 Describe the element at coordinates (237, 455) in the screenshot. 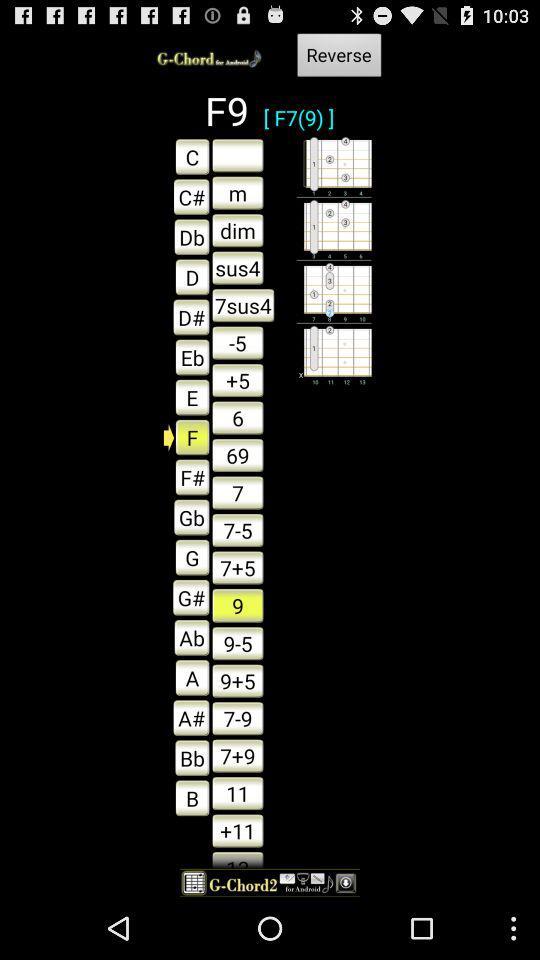

I see `the item above the 7 item` at that location.